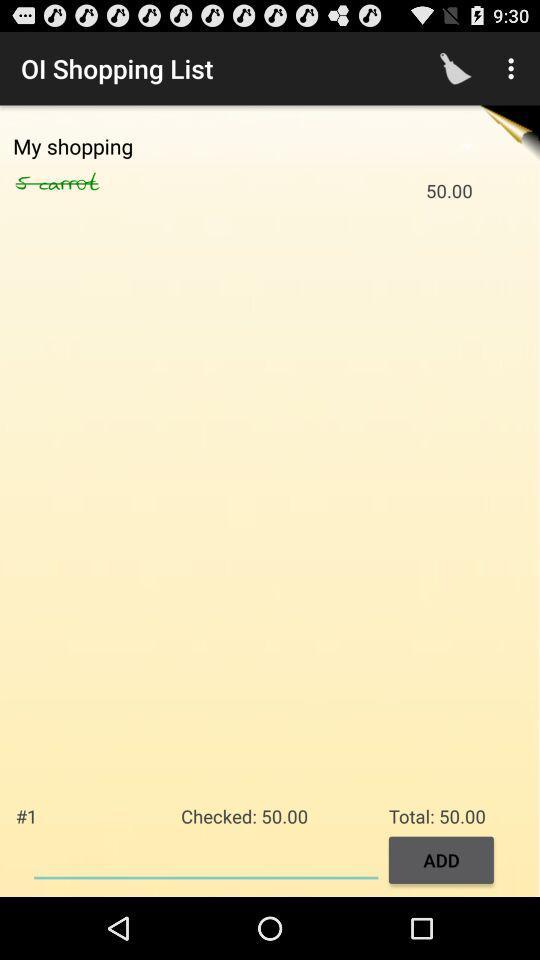  Describe the element at coordinates (26, 183) in the screenshot. I see `the app to the left of the carrot  icon` at that location.